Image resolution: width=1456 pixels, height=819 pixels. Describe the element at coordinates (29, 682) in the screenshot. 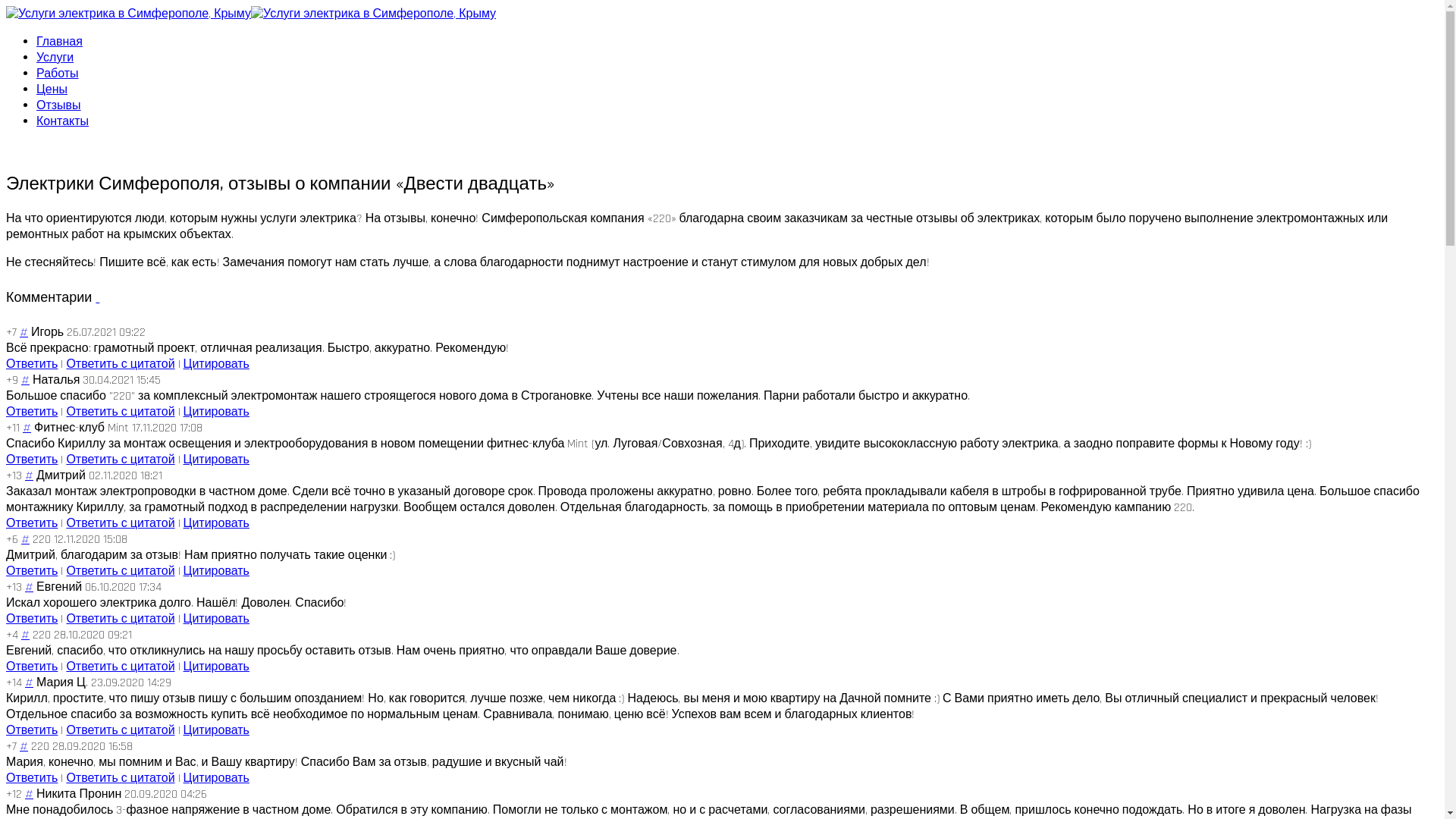

I see `'#'` at that location.